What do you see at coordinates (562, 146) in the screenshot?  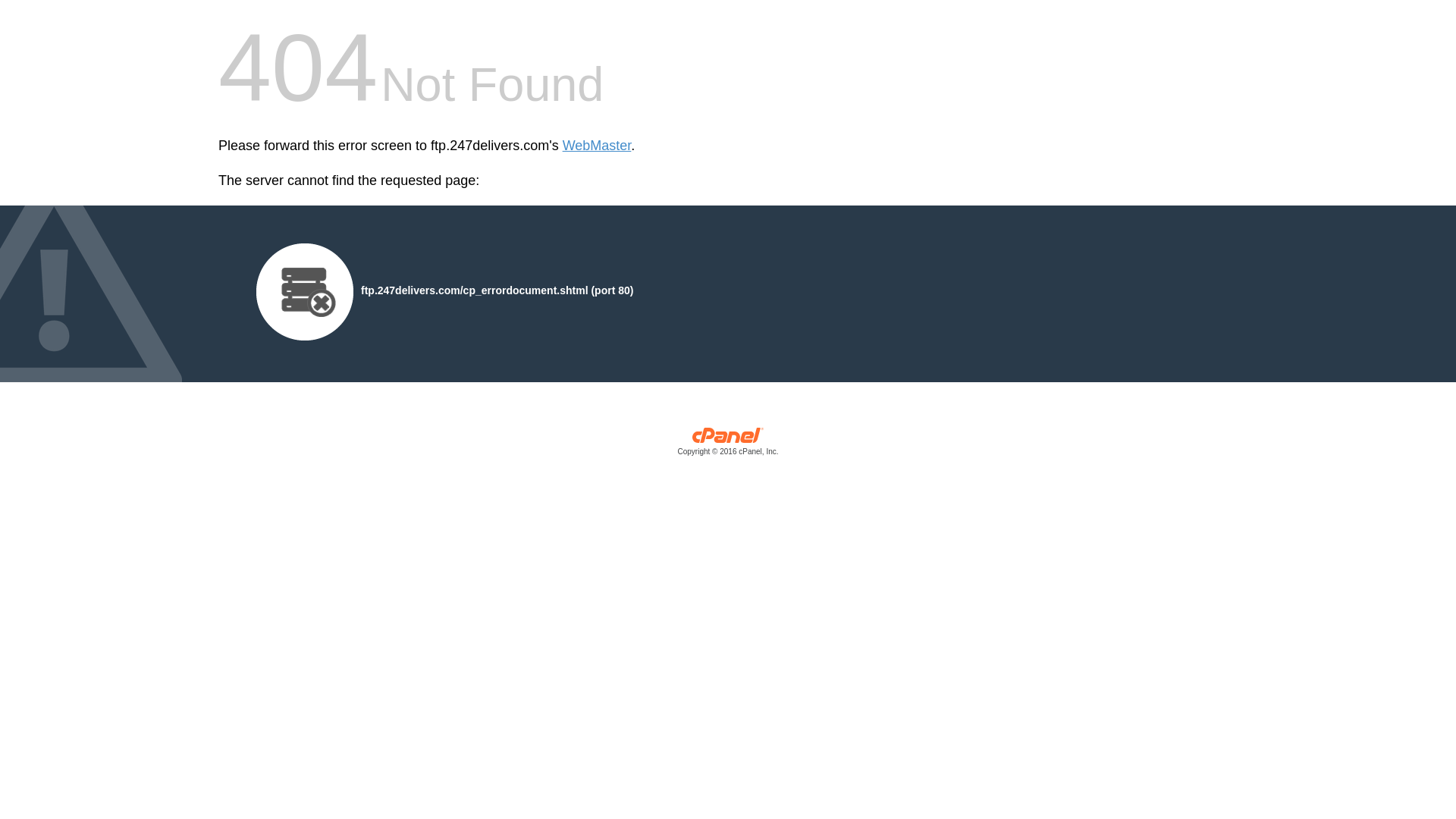 I see `'WebMaster'` at bounding box center [562, 146].